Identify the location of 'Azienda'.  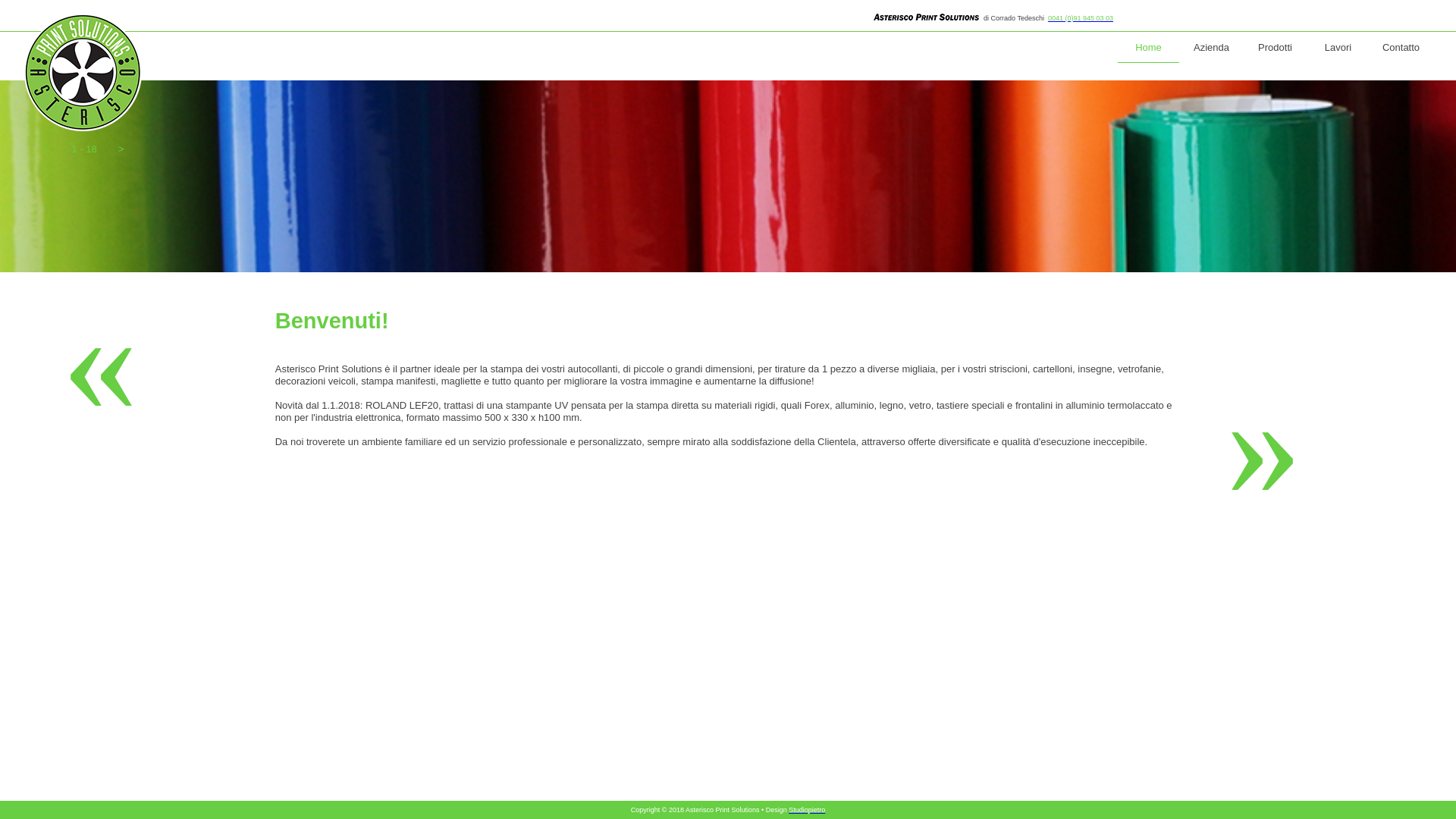
(1210, 47).